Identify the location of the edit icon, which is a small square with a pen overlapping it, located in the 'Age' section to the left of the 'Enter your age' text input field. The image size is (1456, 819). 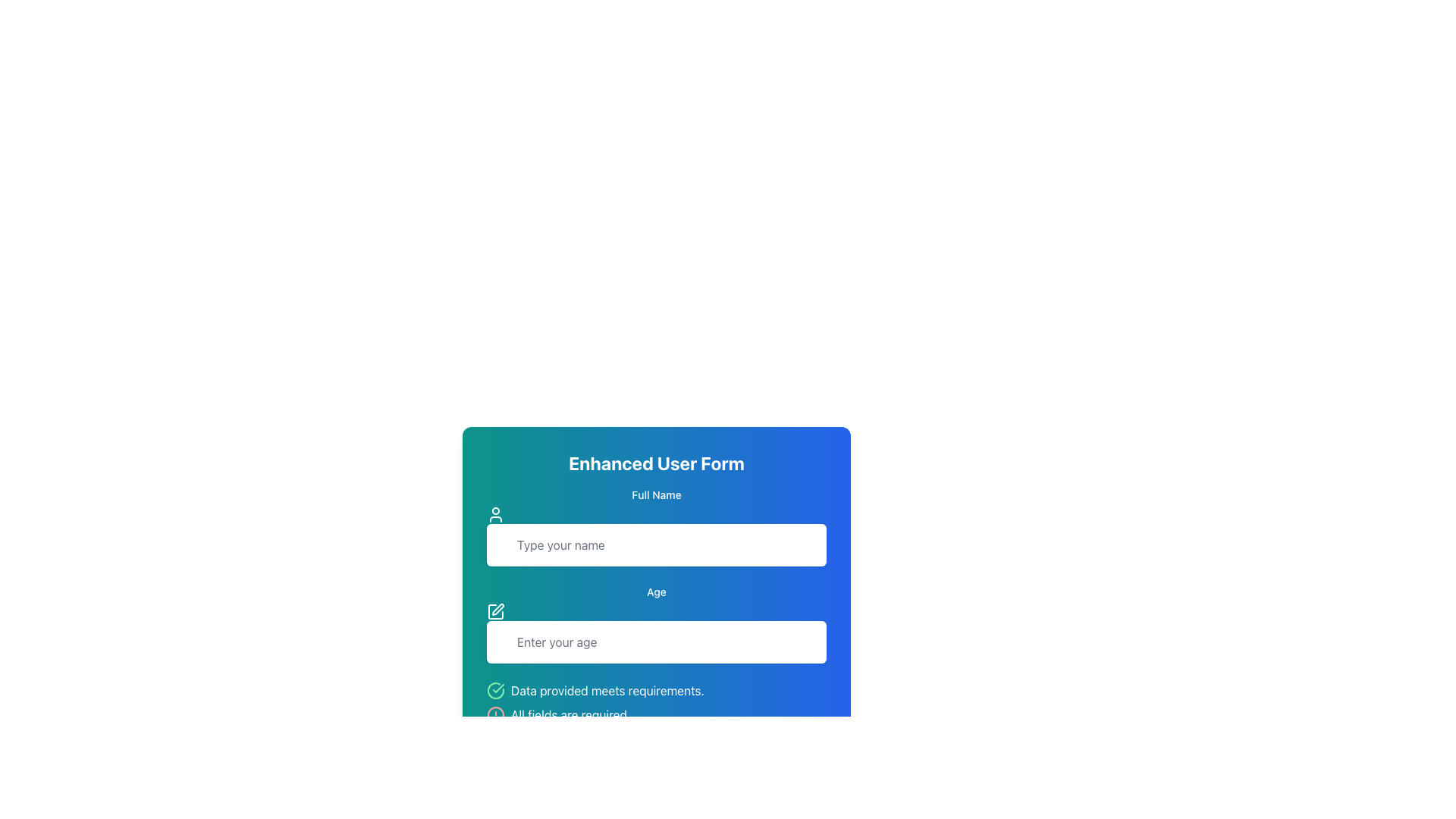
(495, 610).